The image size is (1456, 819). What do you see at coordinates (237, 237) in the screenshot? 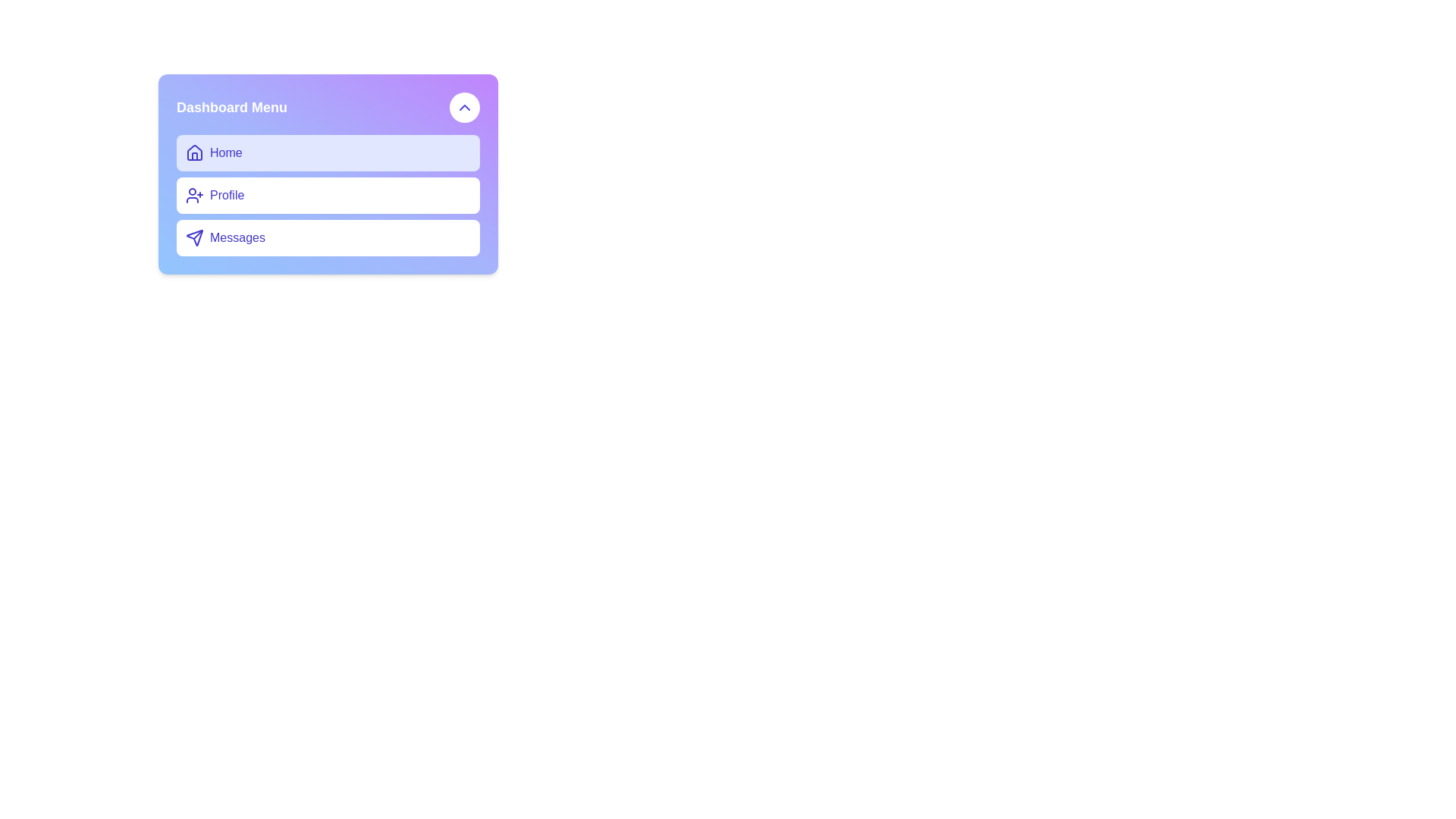
I see `label displaying 'Messages' in bold blue text within the vertical menu on the left side of the interface` at bounding box center [237, 237].